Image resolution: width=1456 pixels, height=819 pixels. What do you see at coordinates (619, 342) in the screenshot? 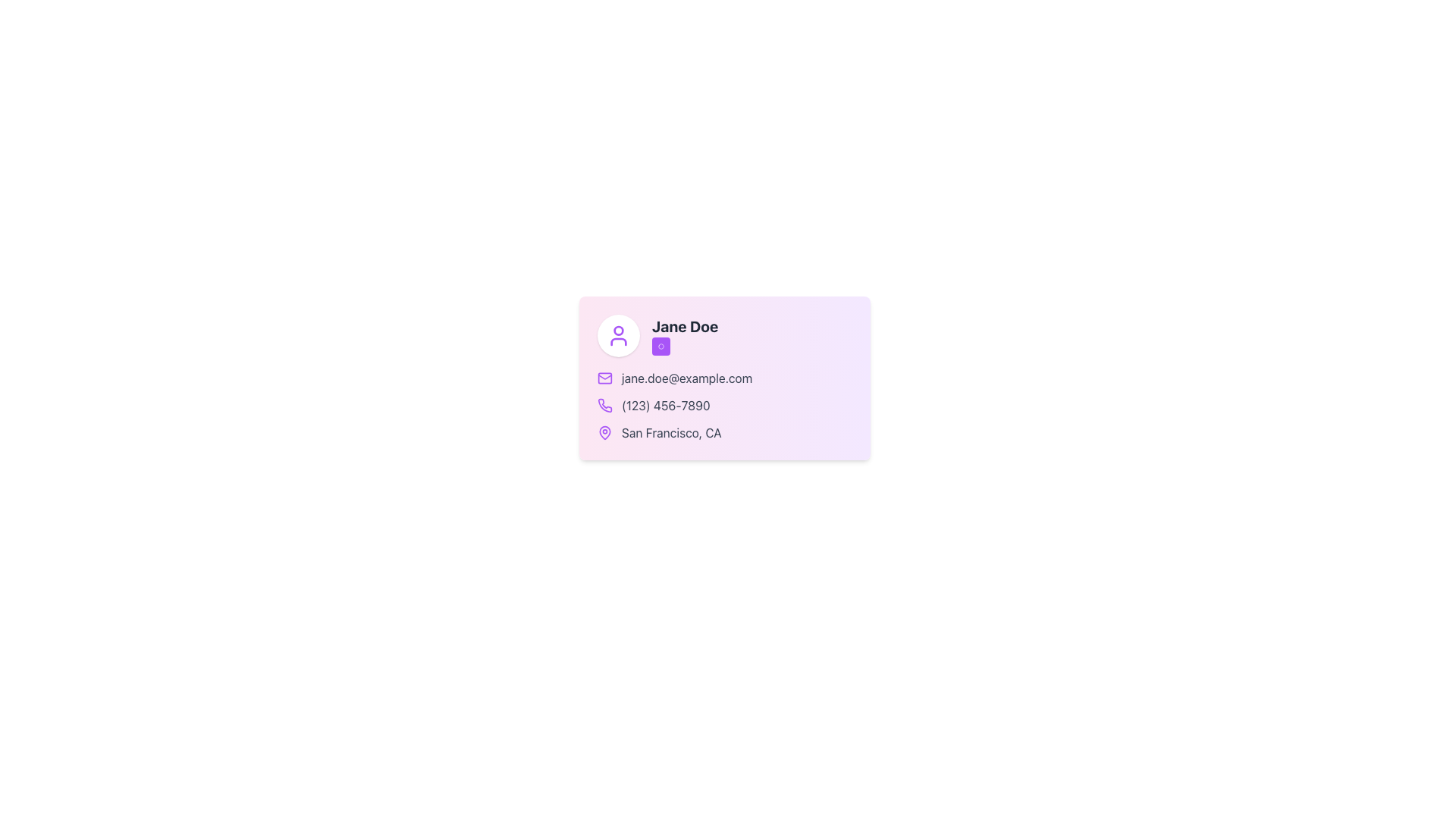
I see `the vector graphical element representing the user icon above the name 'Jane Doe' in the card layout` at bounding box center [619, 342].